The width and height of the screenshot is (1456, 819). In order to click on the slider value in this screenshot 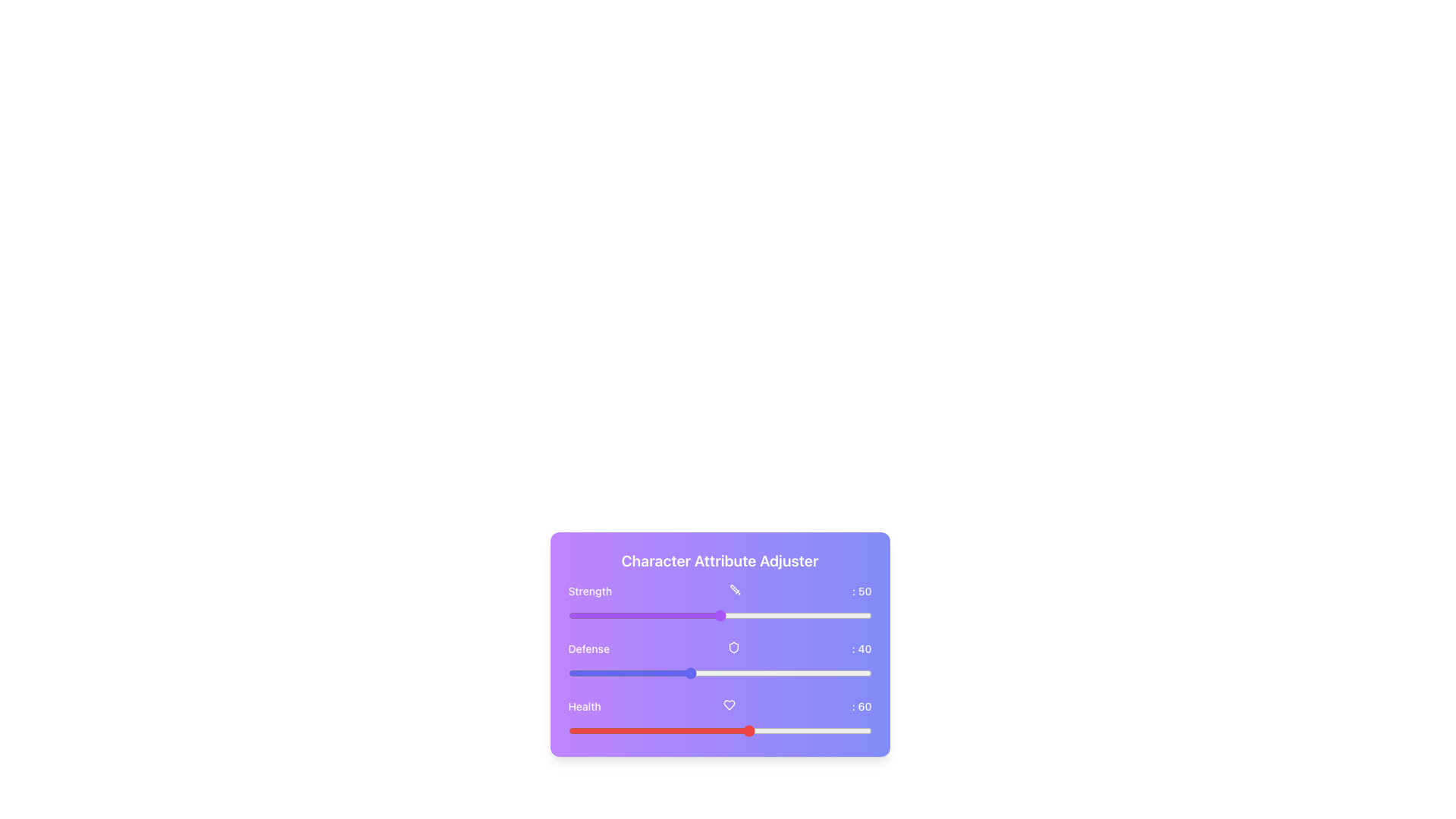, I will do `click(604, 672)`.